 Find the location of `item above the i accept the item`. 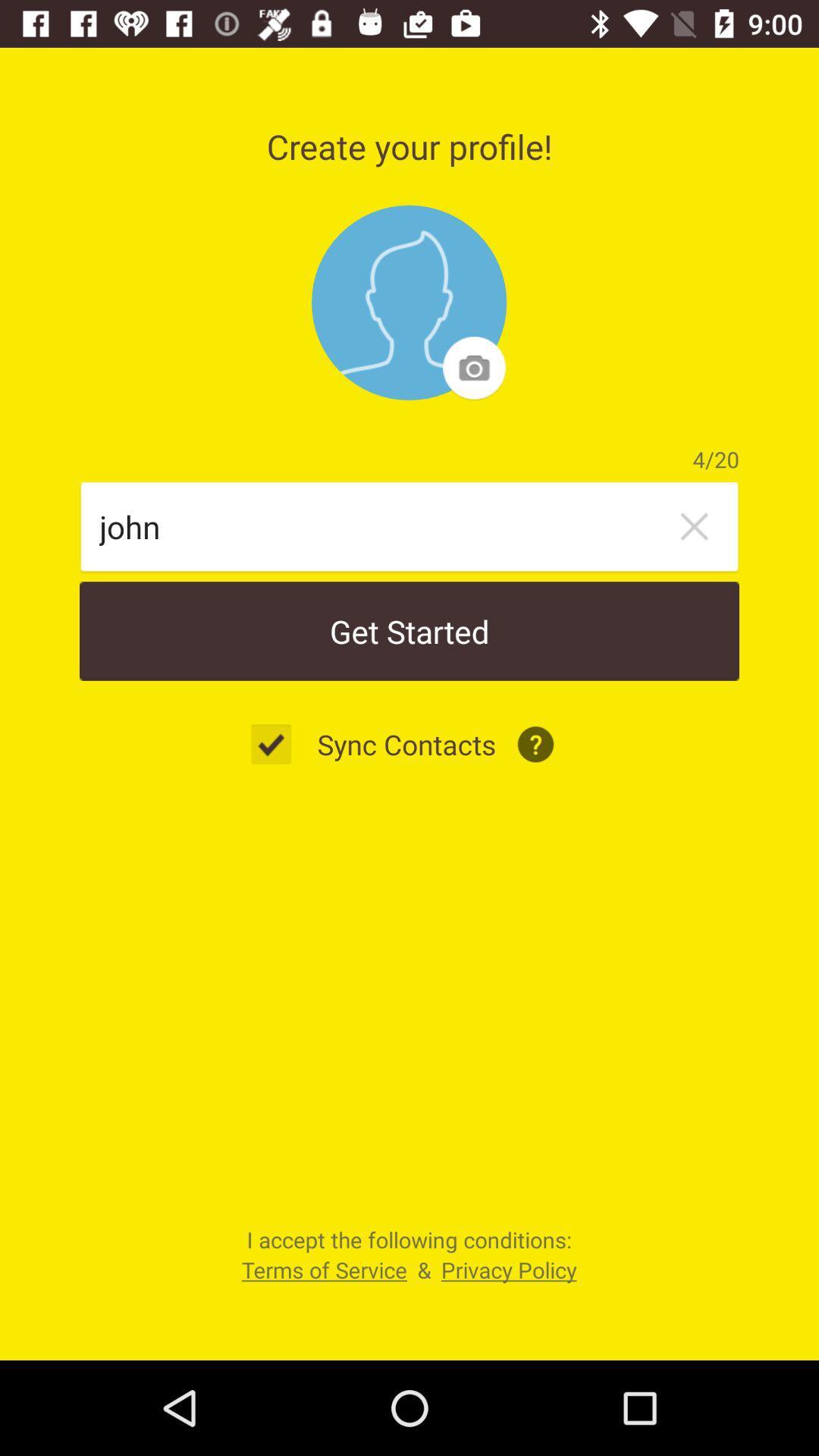

item above the i accept the item is located at coordinates (279, 744).